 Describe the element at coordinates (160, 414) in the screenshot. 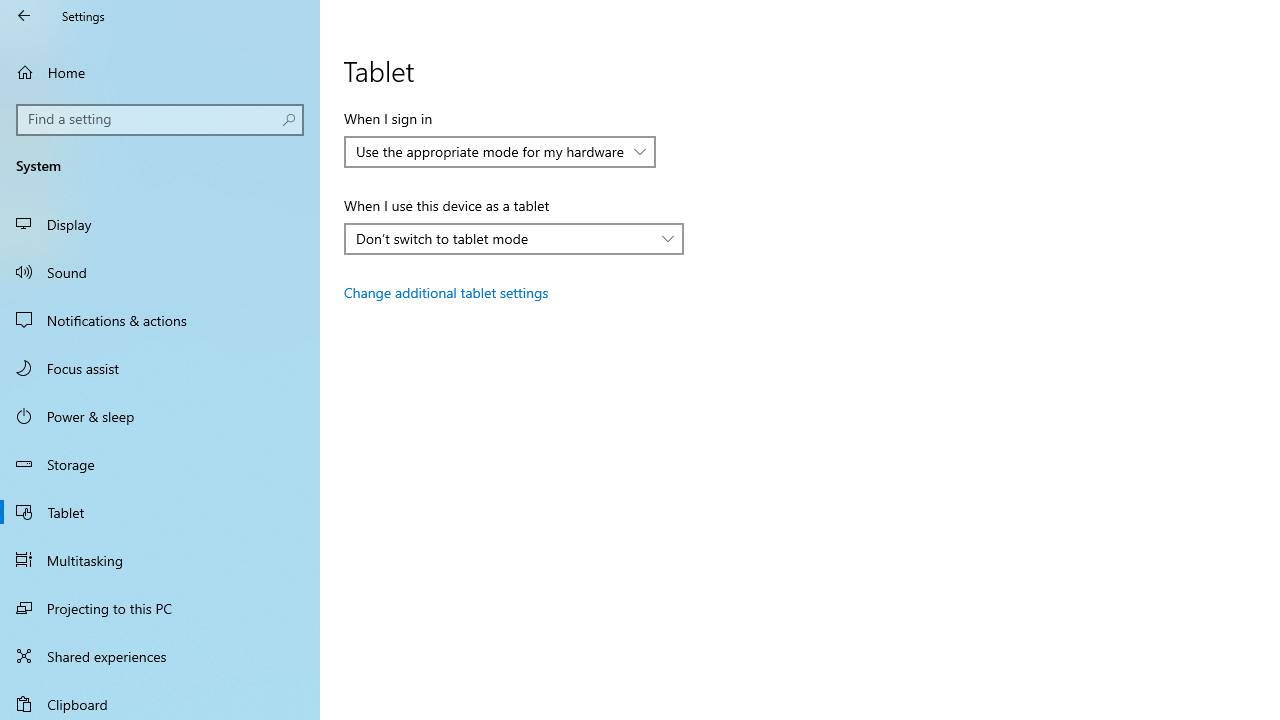

I see `'Power & sleep'` at that location.